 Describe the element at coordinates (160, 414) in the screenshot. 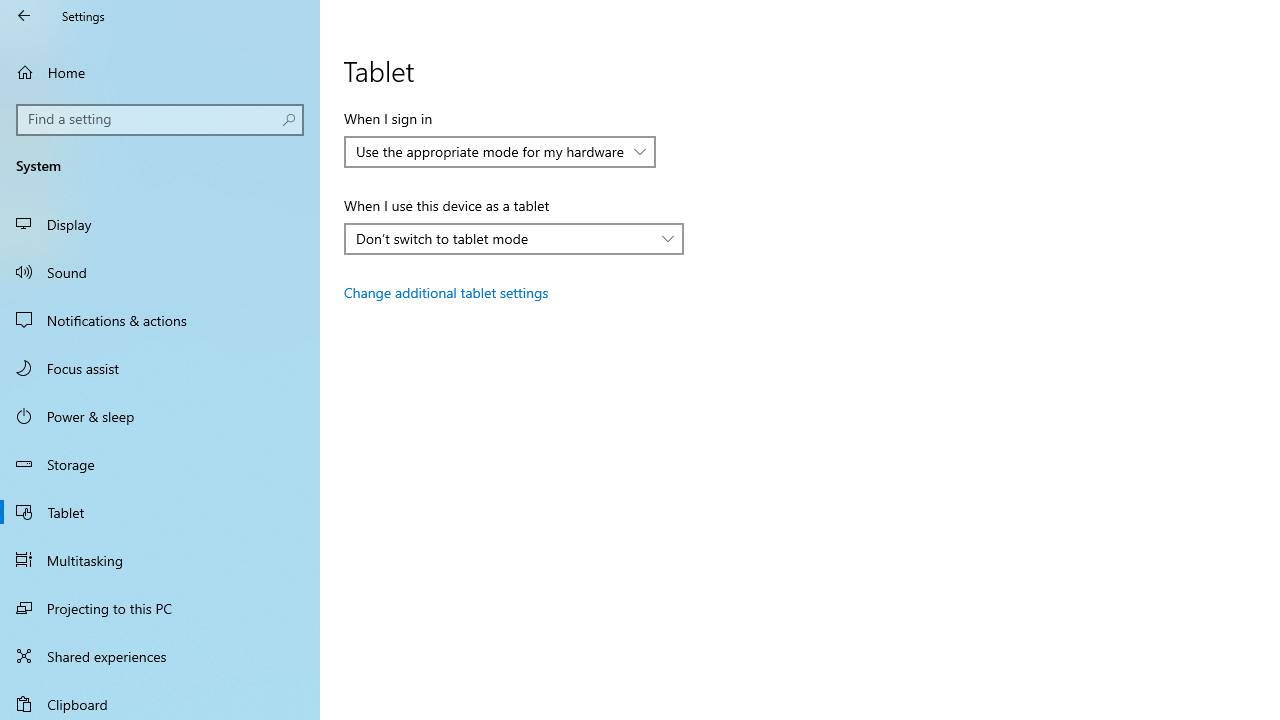

I see `'Power & sleep'` at that location.